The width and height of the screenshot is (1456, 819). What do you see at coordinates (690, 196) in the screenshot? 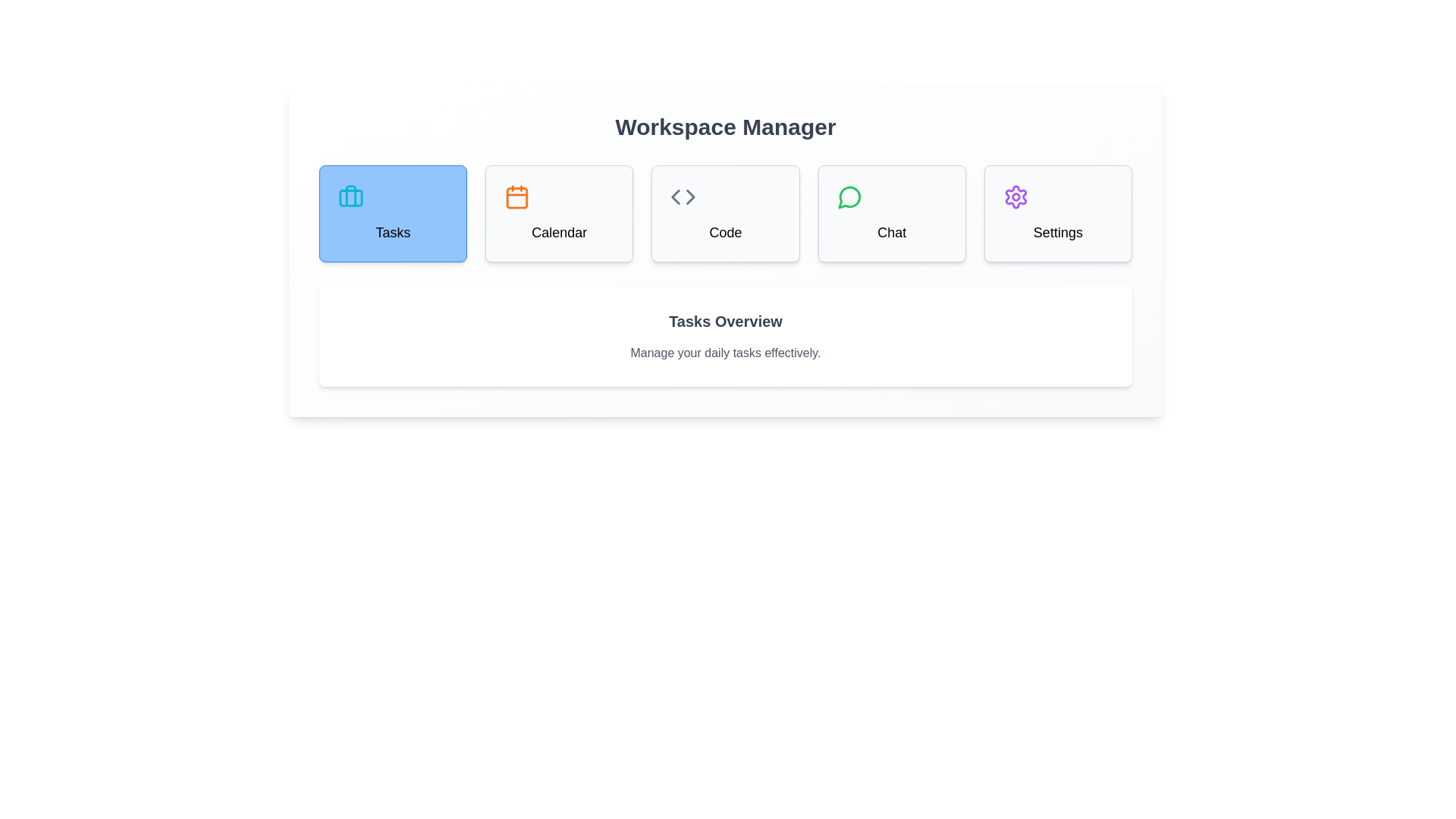
I see `the rightward arrowhead of the 'Code' button icon, which is part of the code-like symbol ('<>') used to visually represent the 'Code' section` at bounding box center [690, 196].